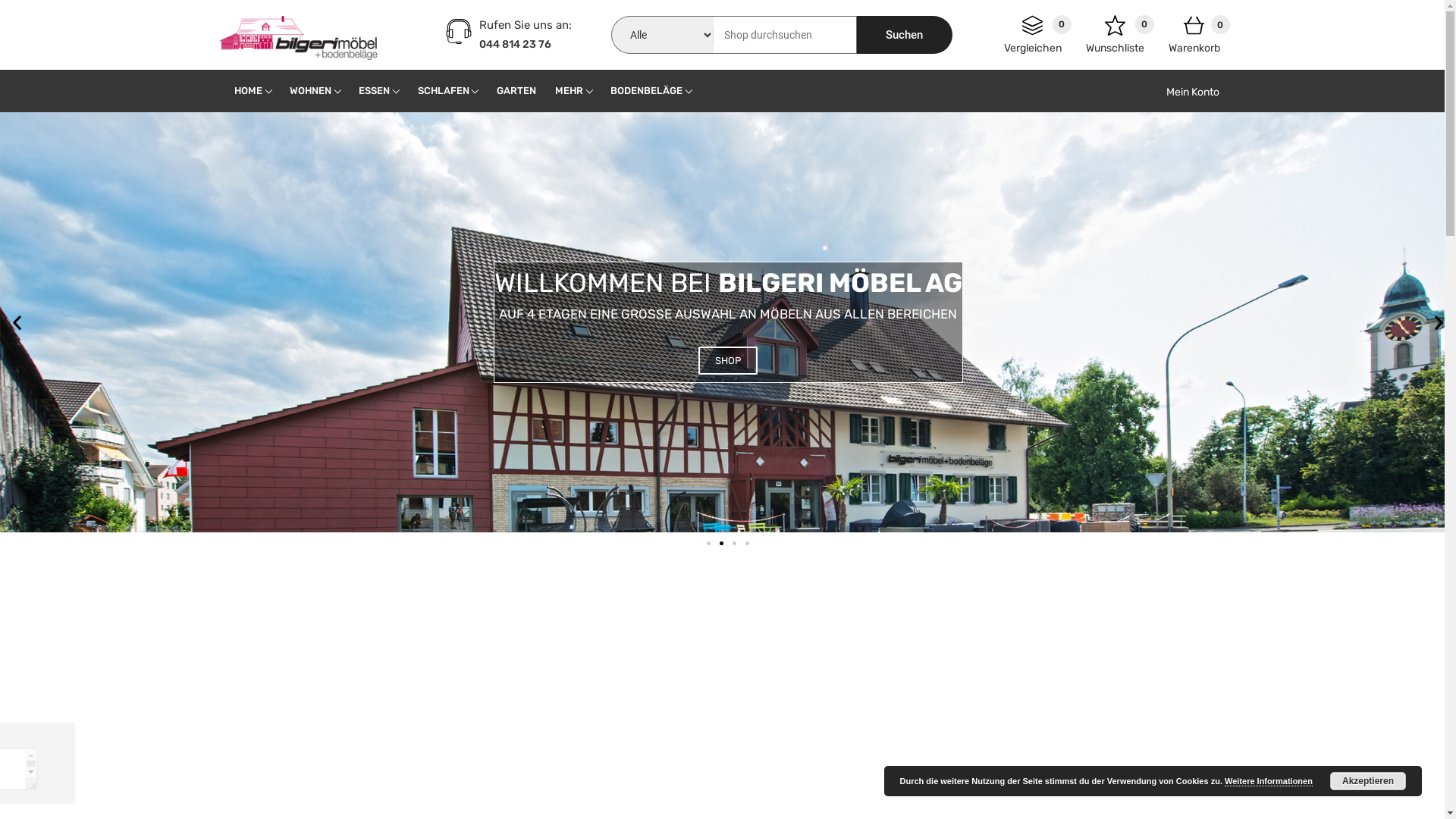 The image size is (1456, 819). What do you see at coordinates (353, 90) in the screenshot?
I see `'ESSEN'` at bounding box center [353, 90].